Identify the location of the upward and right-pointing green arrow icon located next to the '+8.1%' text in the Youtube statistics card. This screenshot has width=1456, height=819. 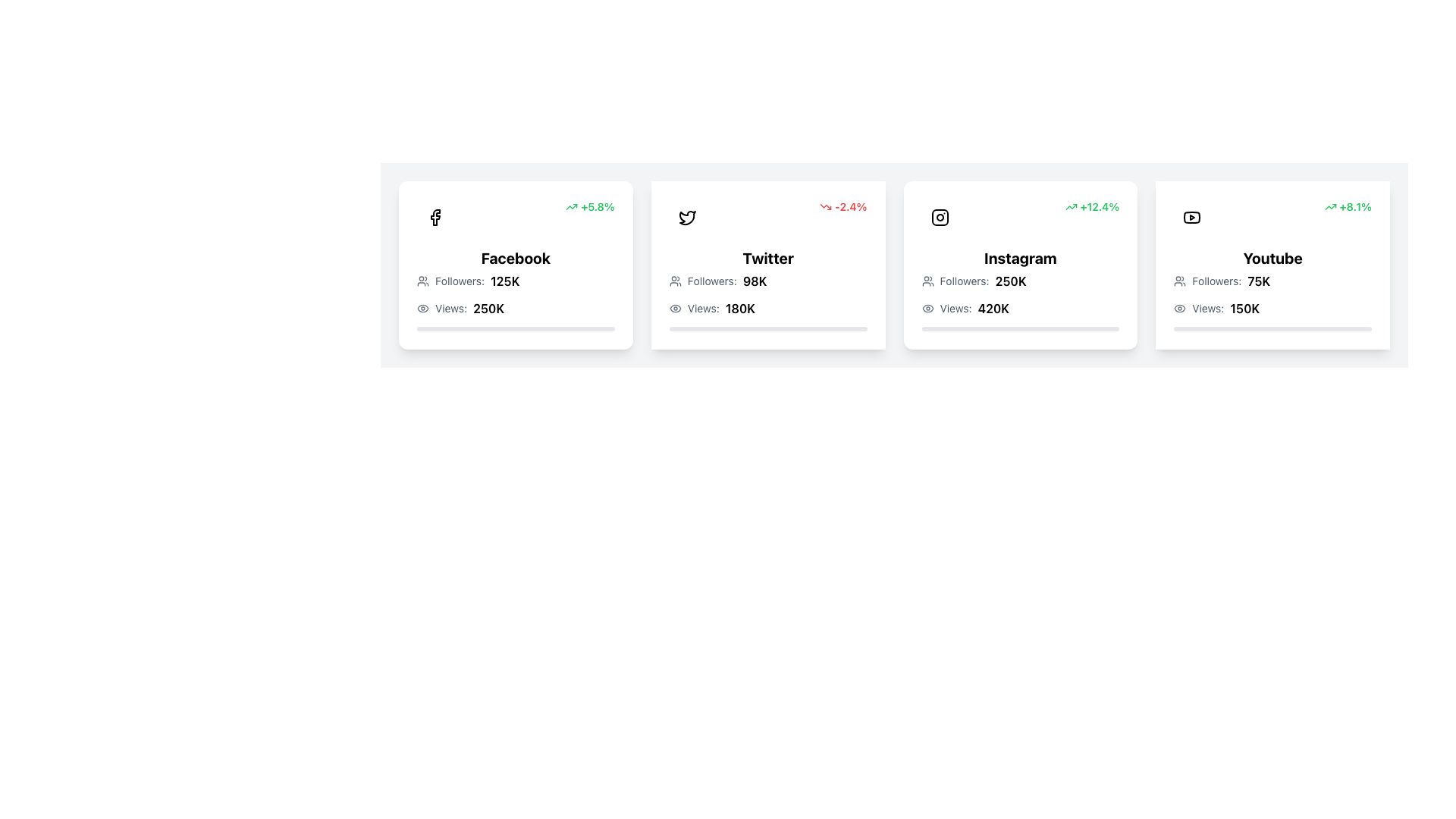
(1329, 207).